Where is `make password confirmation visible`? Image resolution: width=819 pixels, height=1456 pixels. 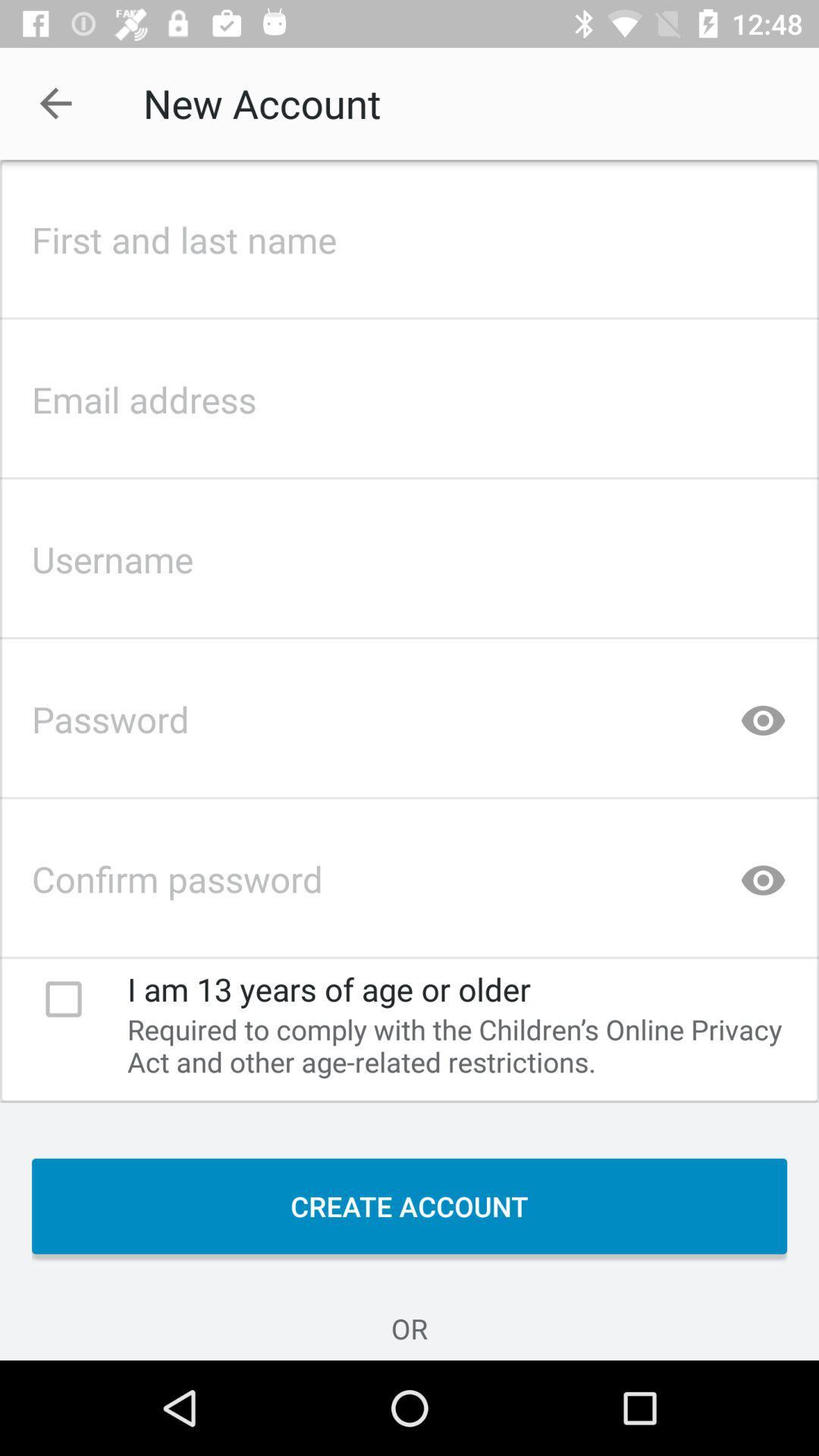 make password confirmation visible is located at coordinates (763, 874).